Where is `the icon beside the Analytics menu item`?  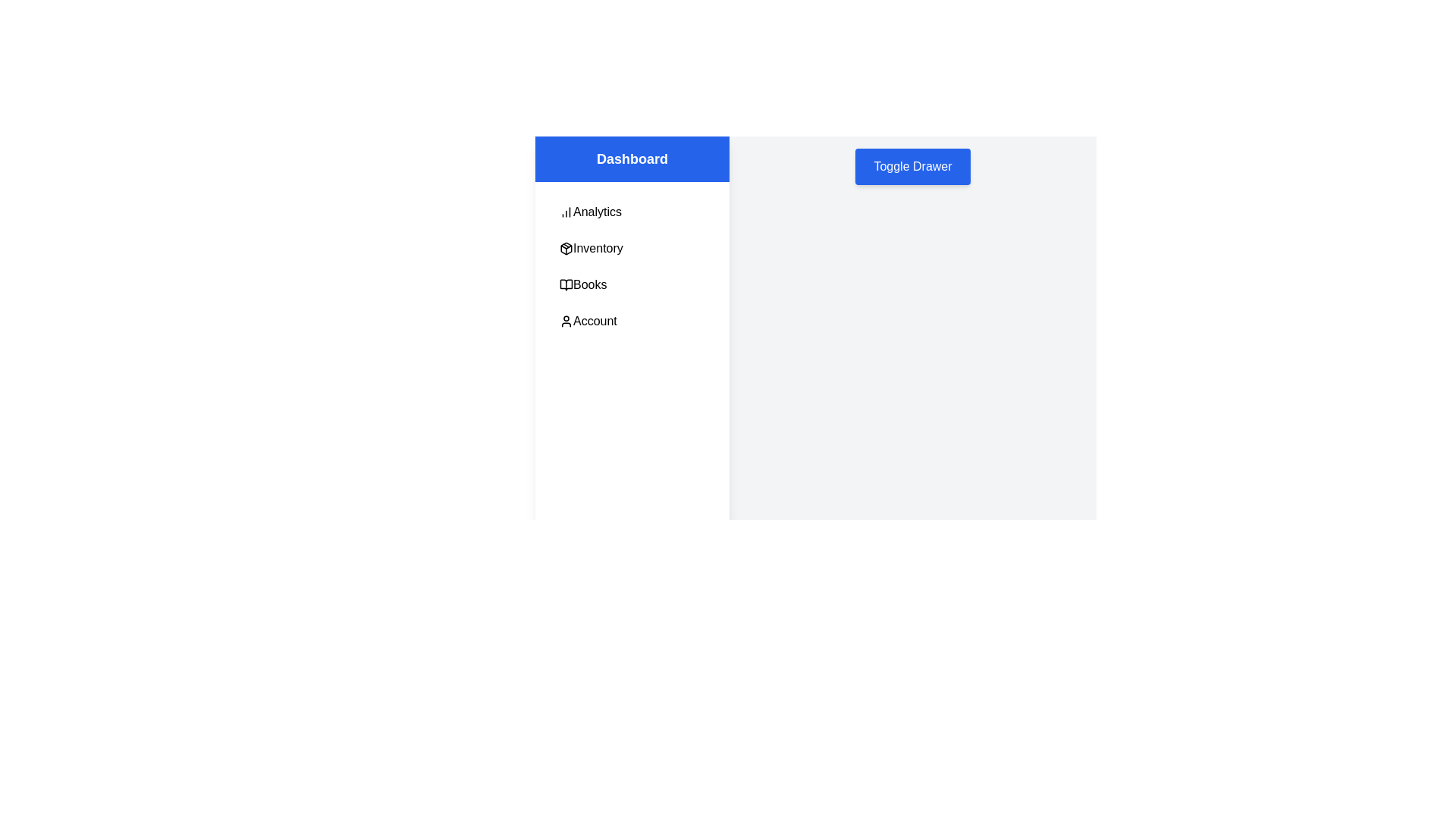 the icon beside the Analytics menu item is located at coordinates (566, 212).